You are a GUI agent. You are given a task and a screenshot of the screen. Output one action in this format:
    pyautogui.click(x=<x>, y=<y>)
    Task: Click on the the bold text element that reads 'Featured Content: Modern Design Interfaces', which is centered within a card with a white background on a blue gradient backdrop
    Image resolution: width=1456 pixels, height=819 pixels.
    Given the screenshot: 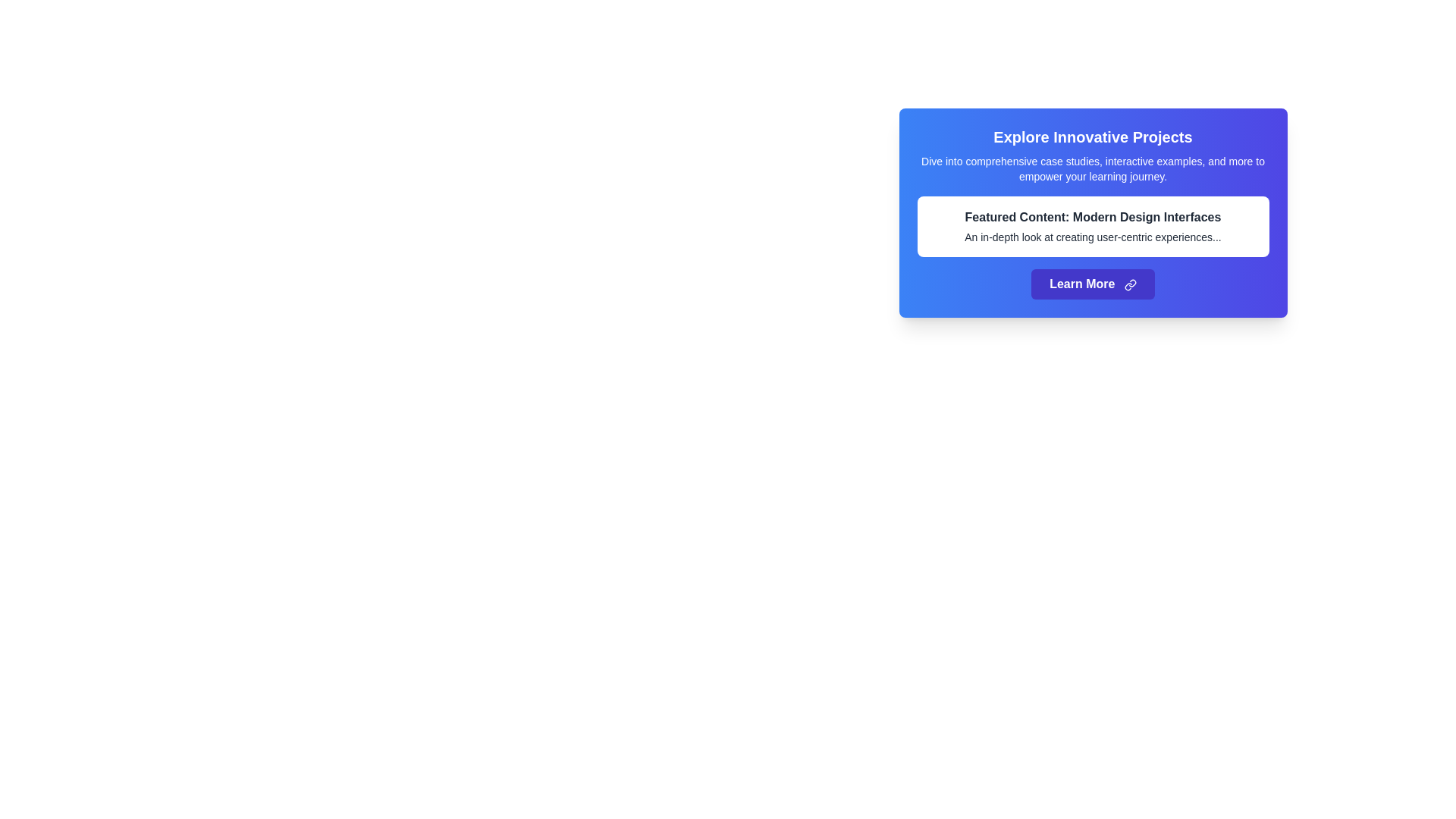 What is the action you would take?
    pyautogui.click(x=1093, y=217)
    